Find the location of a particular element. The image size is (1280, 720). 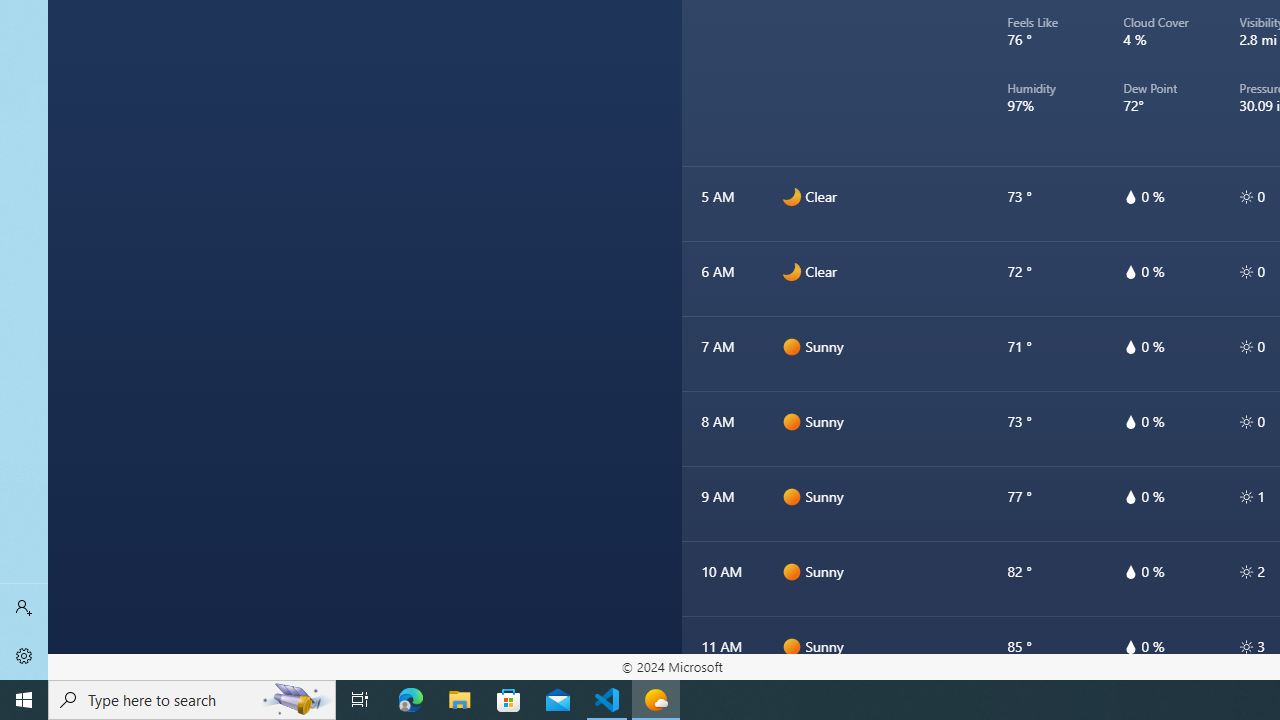

'Start' is located at coordinates (24, 698).